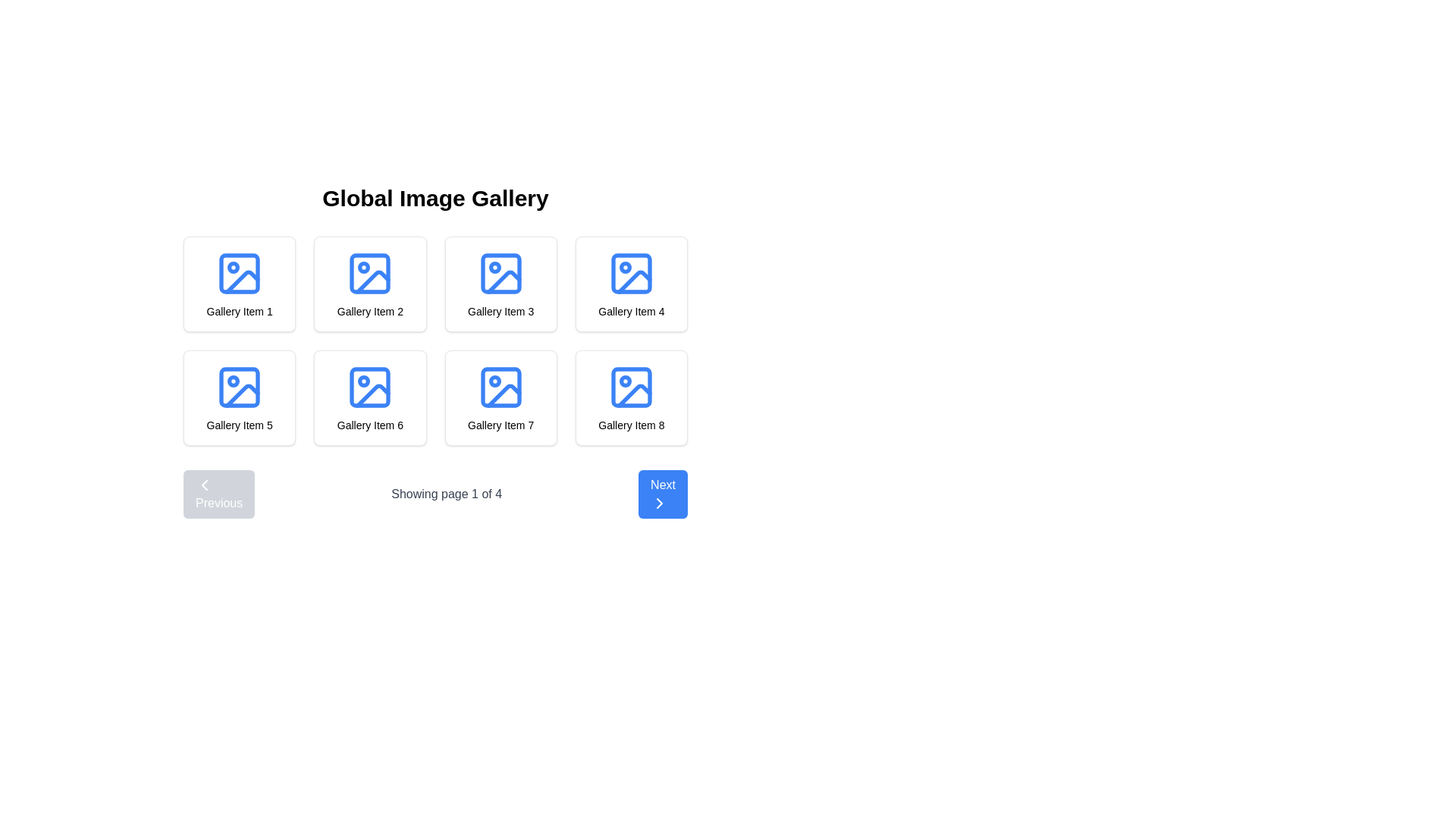 The height and width of the screenshot is (819, 1456). I want to click on the graphical icon representing the second image placeholder in the gallery interface, labeled 'Gallery Item 2', so click(373, 282).